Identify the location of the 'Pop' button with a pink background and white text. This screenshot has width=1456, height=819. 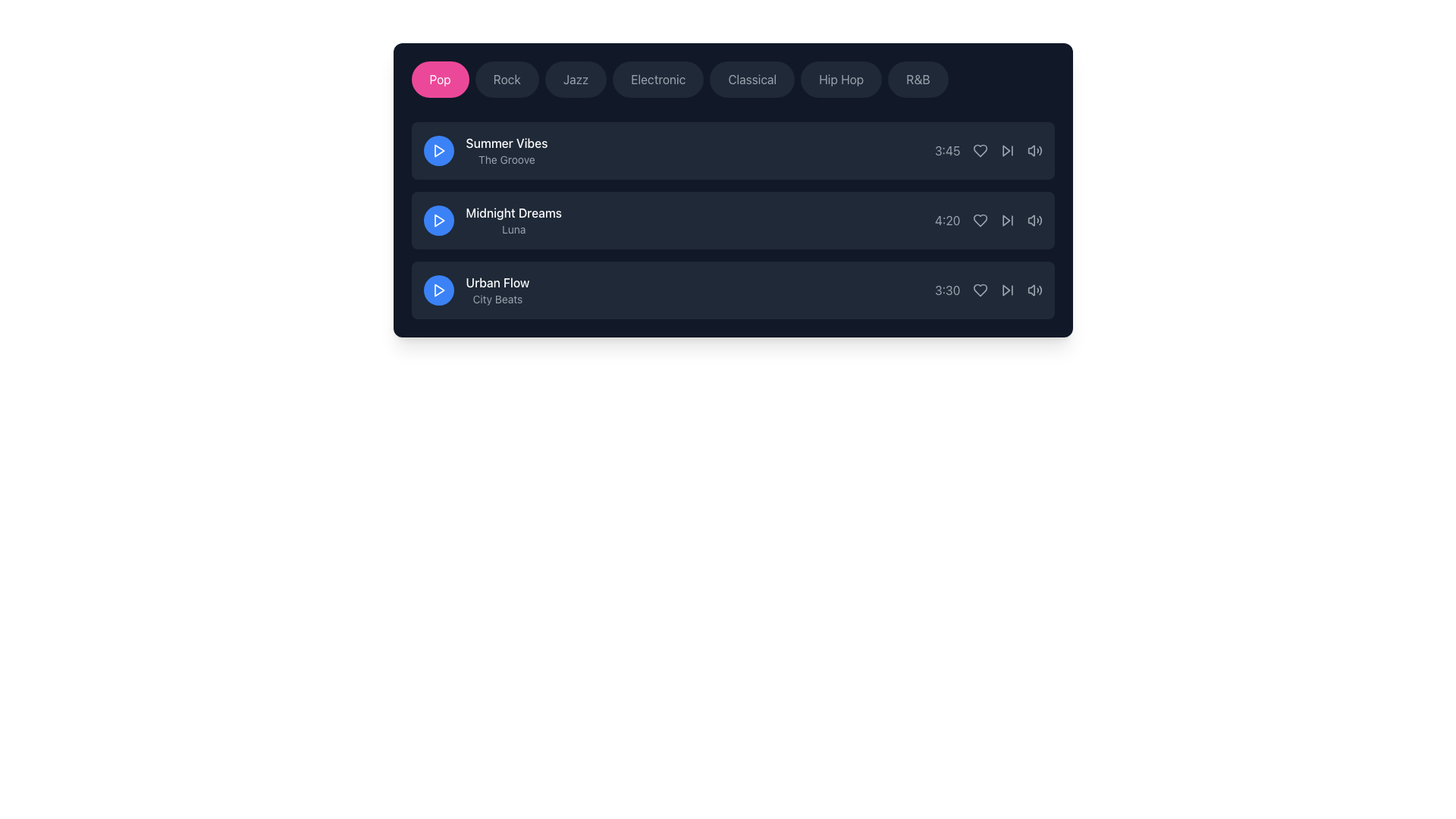
(439, 79).